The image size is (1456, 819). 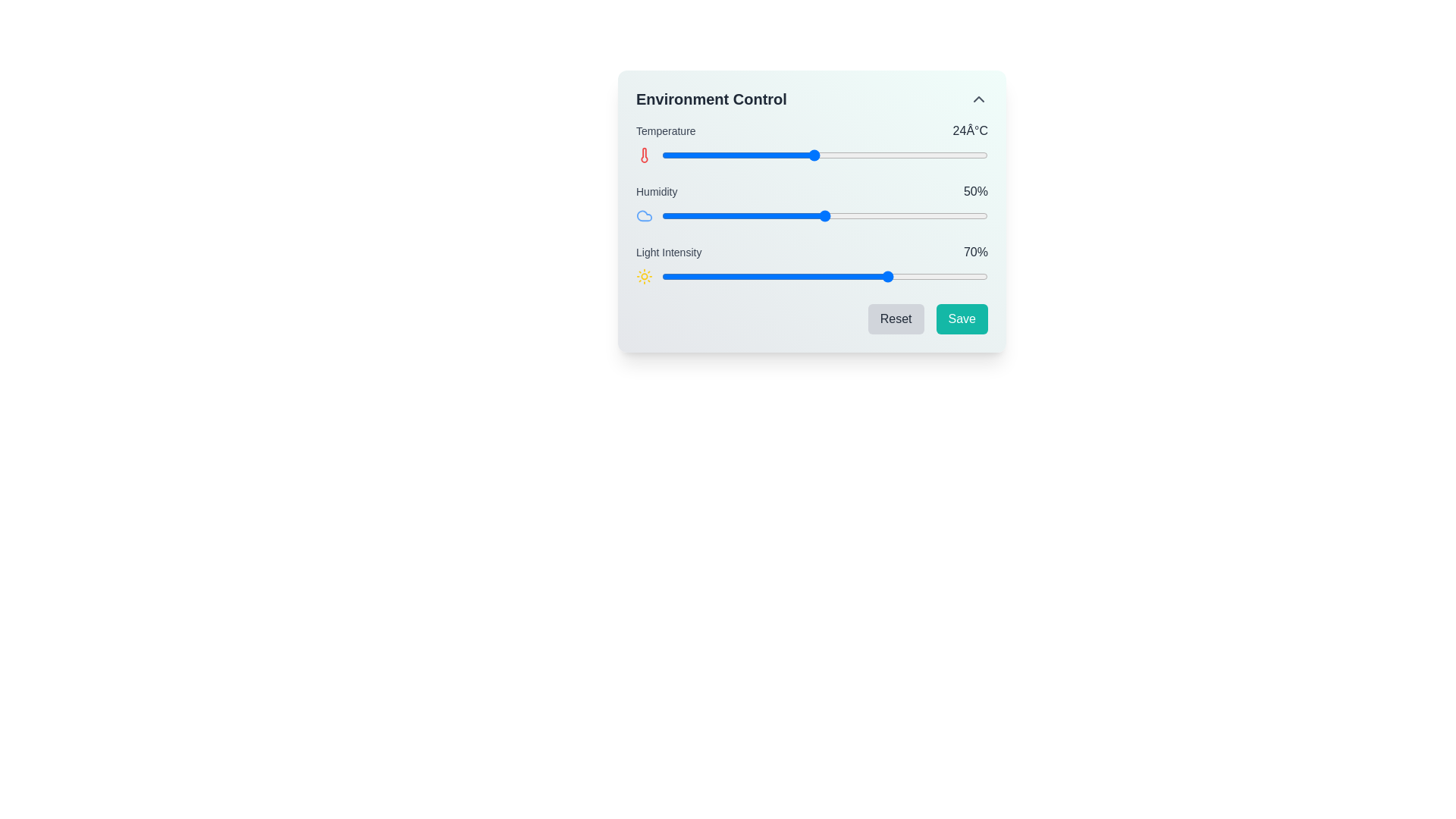 What do you see at coordinates (677, 277) in the screenshot?
I see `light intensity` at bounding box center [677, 277].